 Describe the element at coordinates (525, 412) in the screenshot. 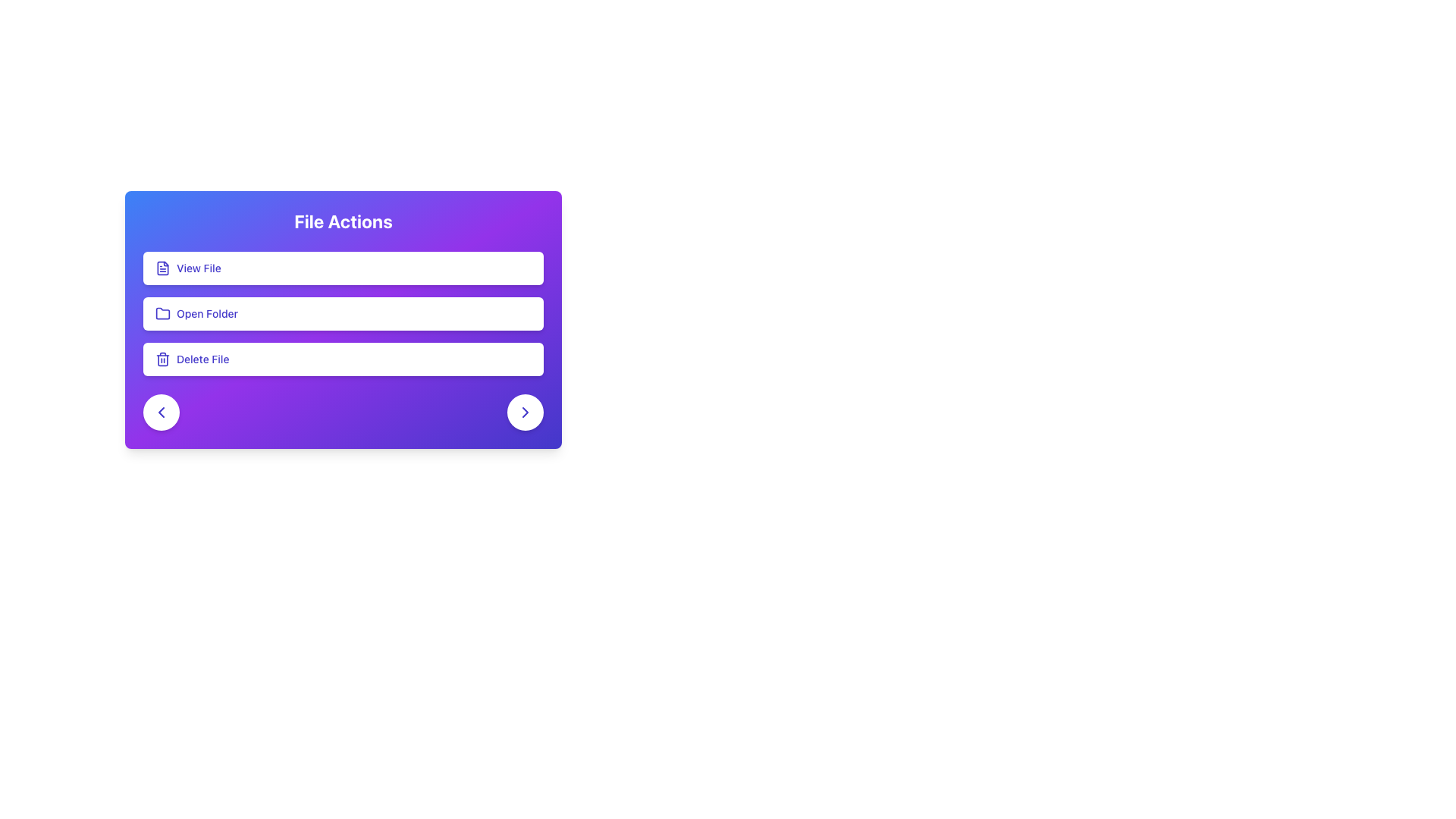

I see `the white circular button with a purple background, which is the rightmost button in a horizontal pair located in the lower-right corner of a purple rectangular card` at that location.